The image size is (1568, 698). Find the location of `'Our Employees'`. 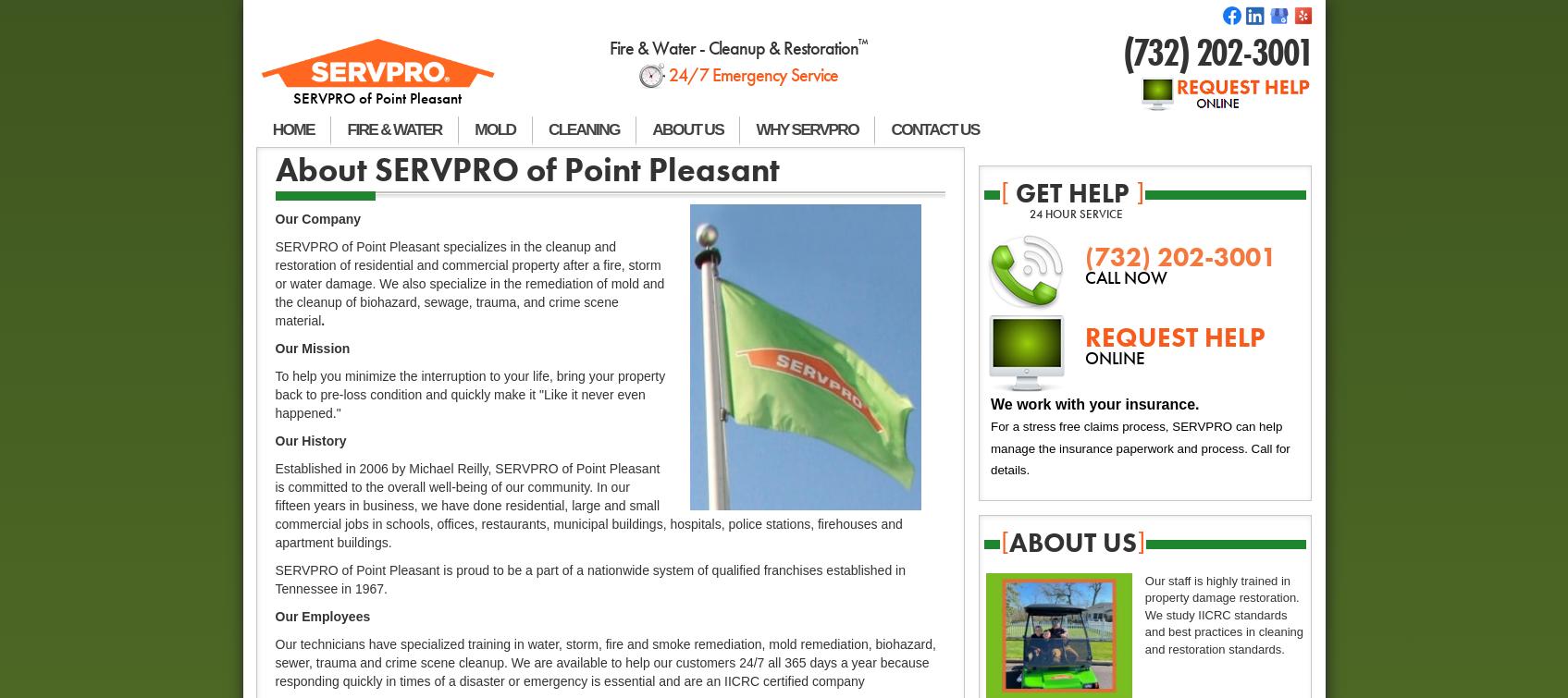

'Our Employees' is located at coordinates (321, 615).